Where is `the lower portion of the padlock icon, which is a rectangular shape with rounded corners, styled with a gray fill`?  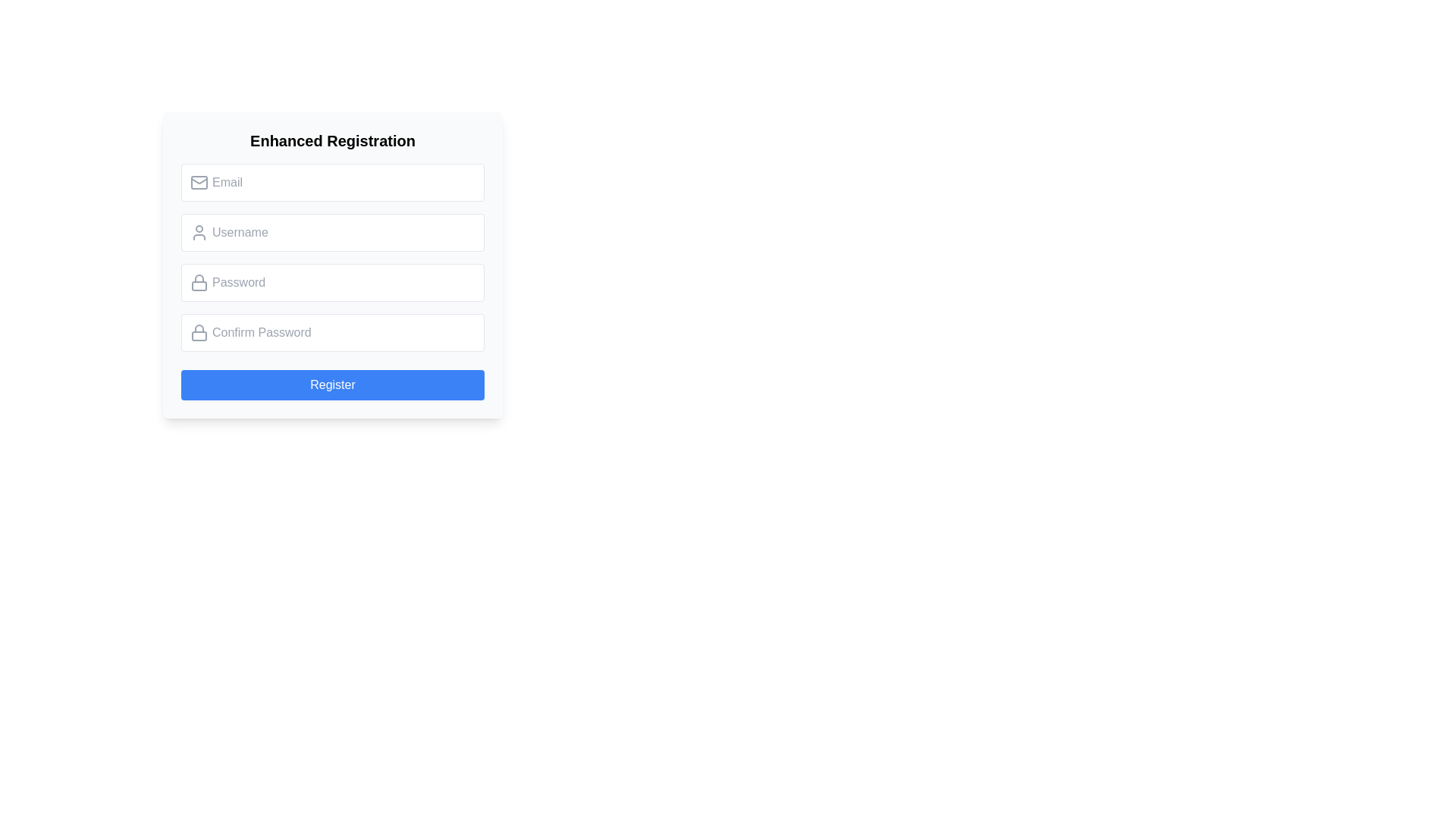
the lower portion of the padlock icon, which is a rectangular shape with rounded corners, styled with a gray fill is located at coordinates (199, 286).